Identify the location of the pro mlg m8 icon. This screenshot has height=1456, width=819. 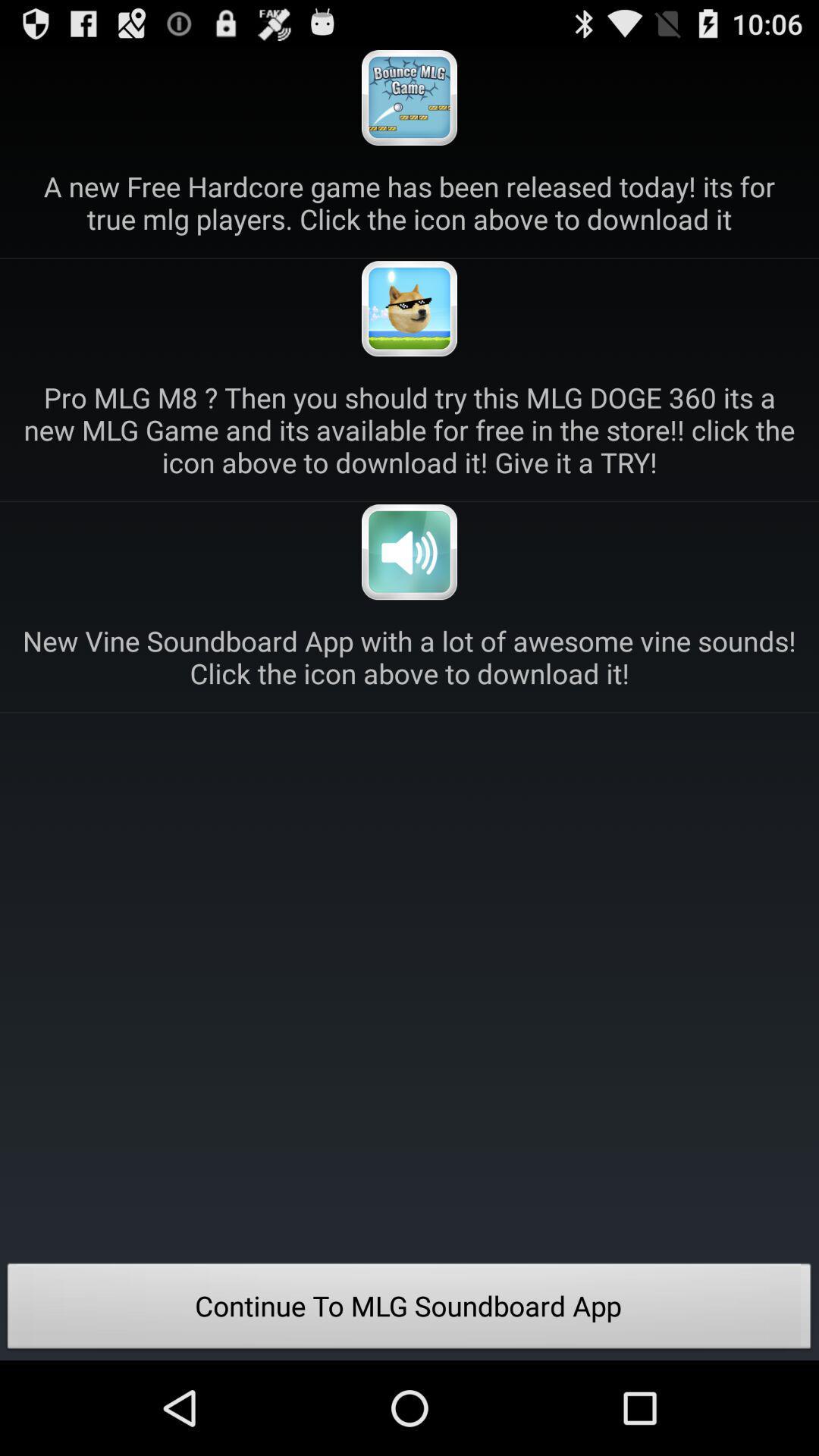
(409, 428).